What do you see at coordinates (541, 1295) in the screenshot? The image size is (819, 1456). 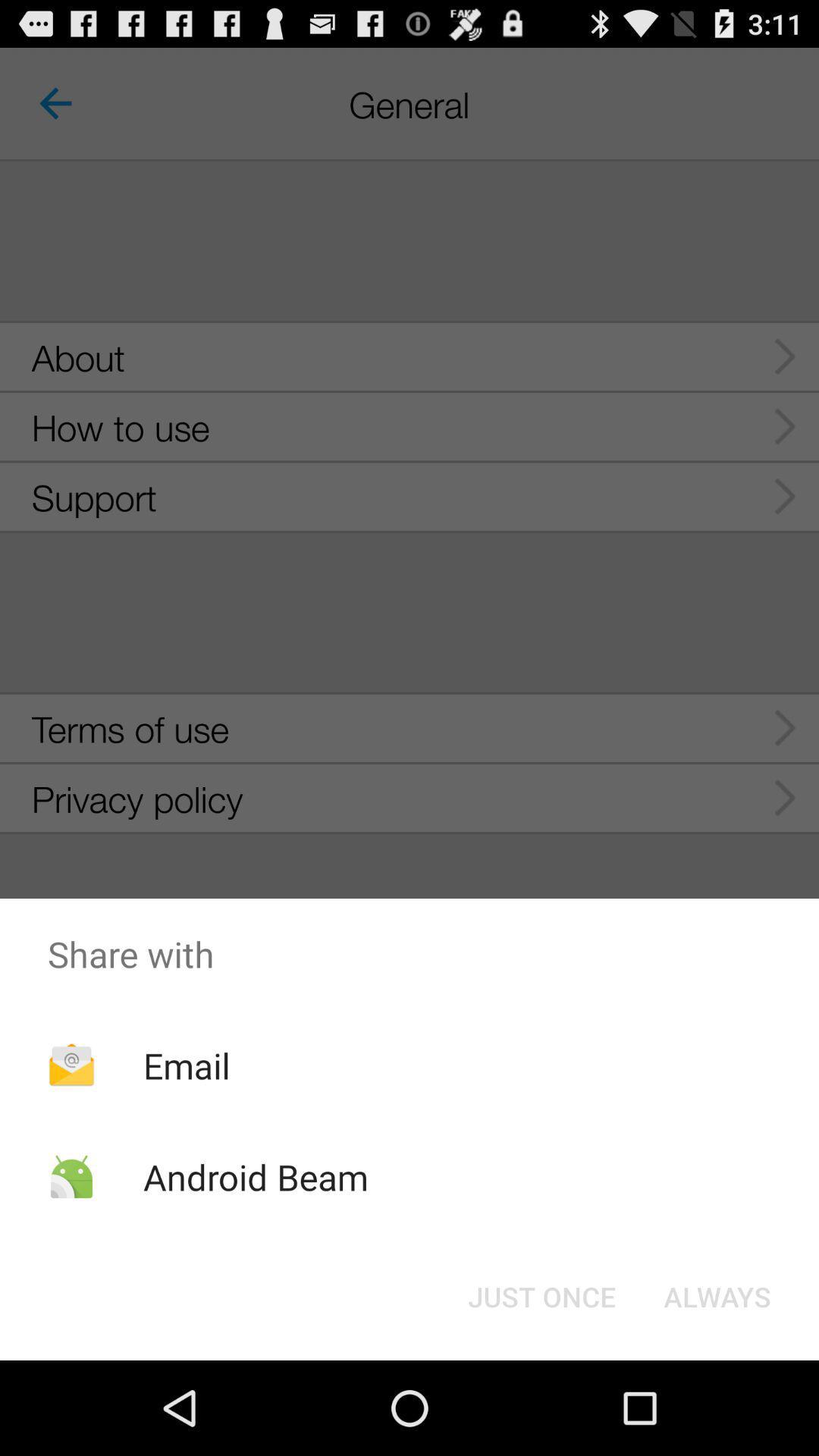 I see `the icon to the left of the always item` at bounding box center [541, 1295].